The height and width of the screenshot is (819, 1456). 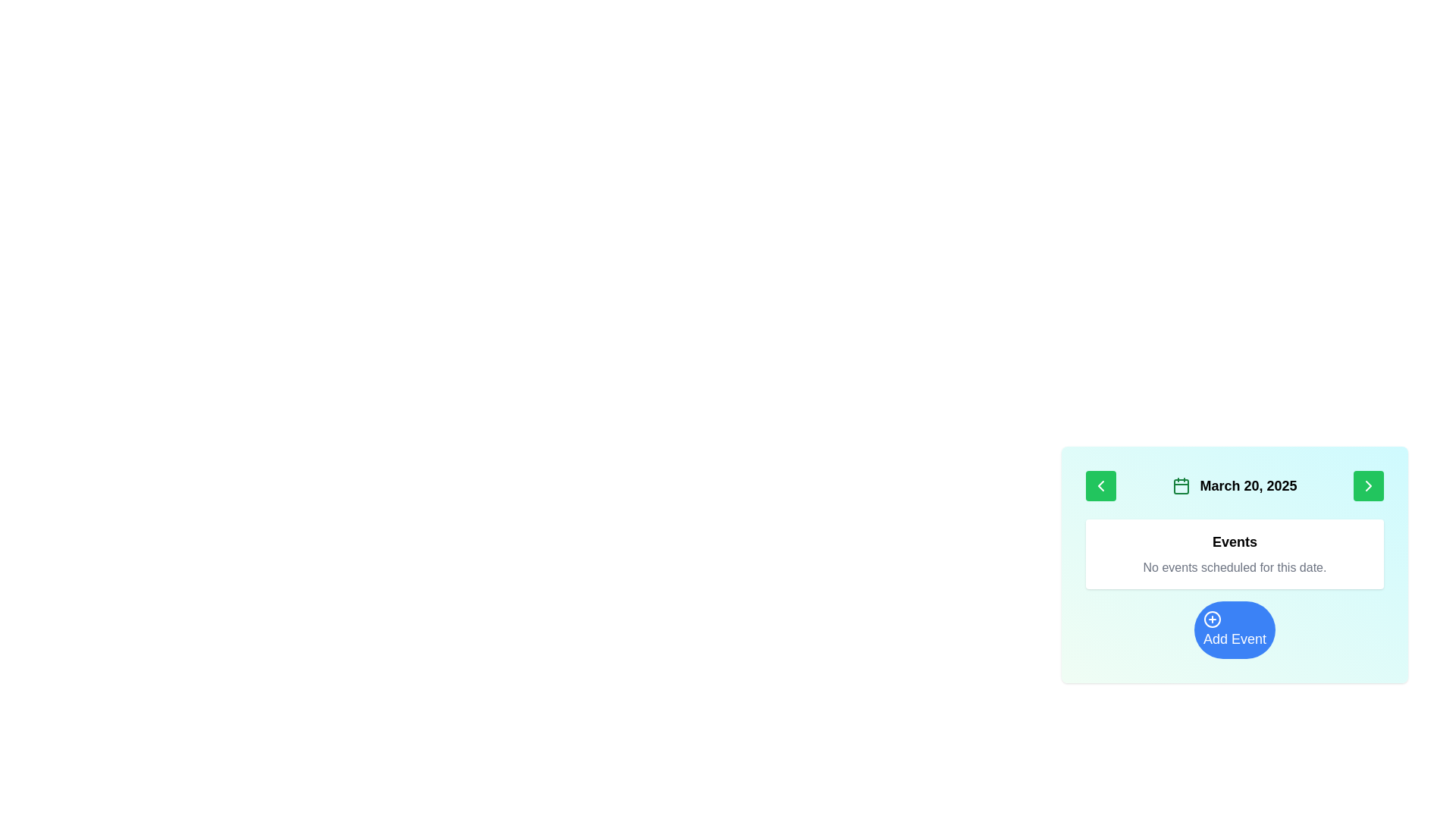 What do you see at coordinates (1235, 567) in the screenshot?
I see `the static text element that informs the user about the absence of scheduled events for the selected date, located within the 'Events' box, below the heading 'Events' and above the 'Add Event' button` at bounding box center [1235, 567].